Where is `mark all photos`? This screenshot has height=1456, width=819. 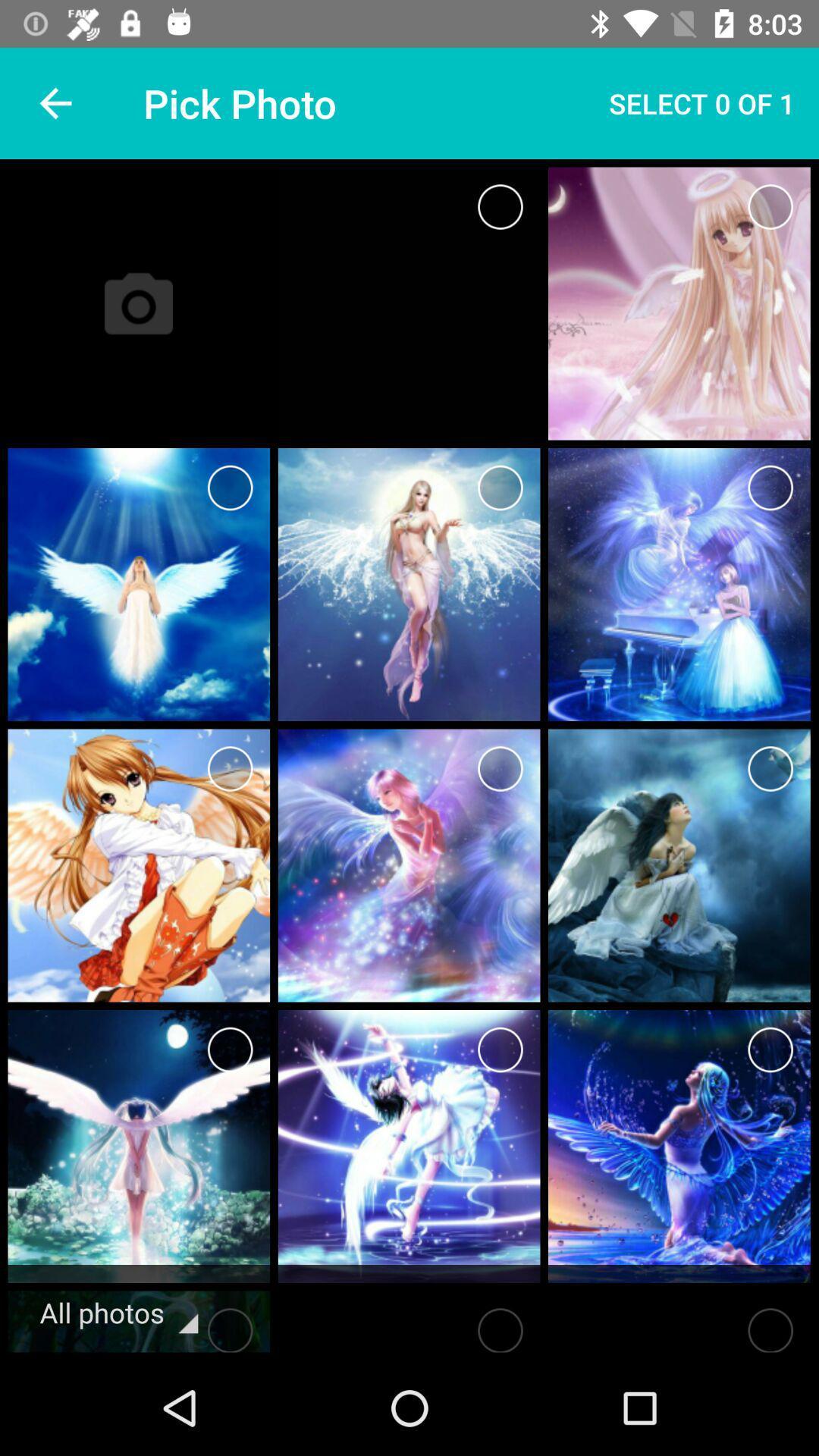
mark all photos is located at coordinates (230, 1325).